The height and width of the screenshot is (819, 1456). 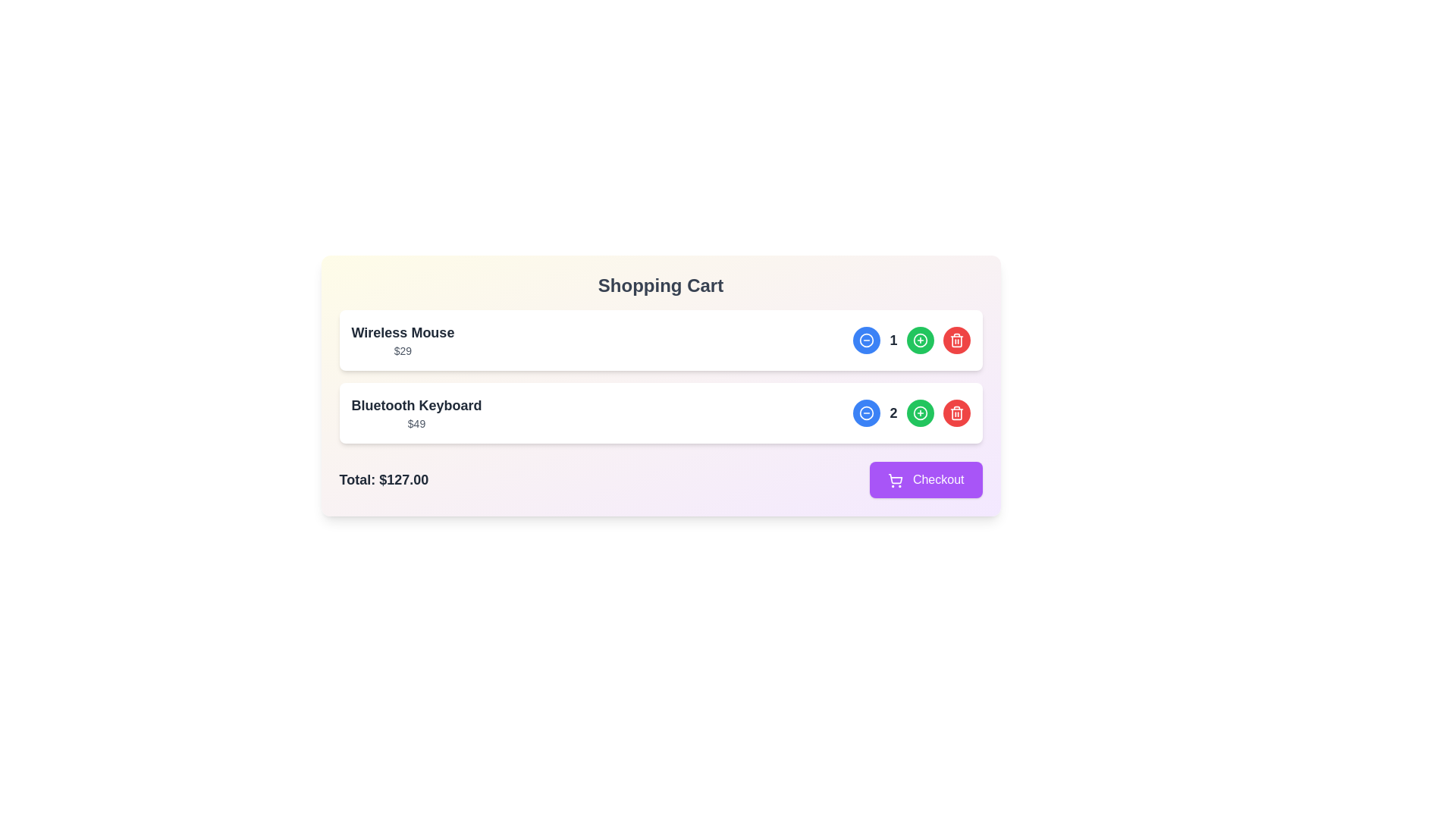 What do you see at coordinates (416, 424) in the screenshot?
I see `the text element displaying the price '$49', which is styled in small gray text and located below the 'Bluetooth Keyboard' item in the shopping cart` at bounding box center [416, 424].